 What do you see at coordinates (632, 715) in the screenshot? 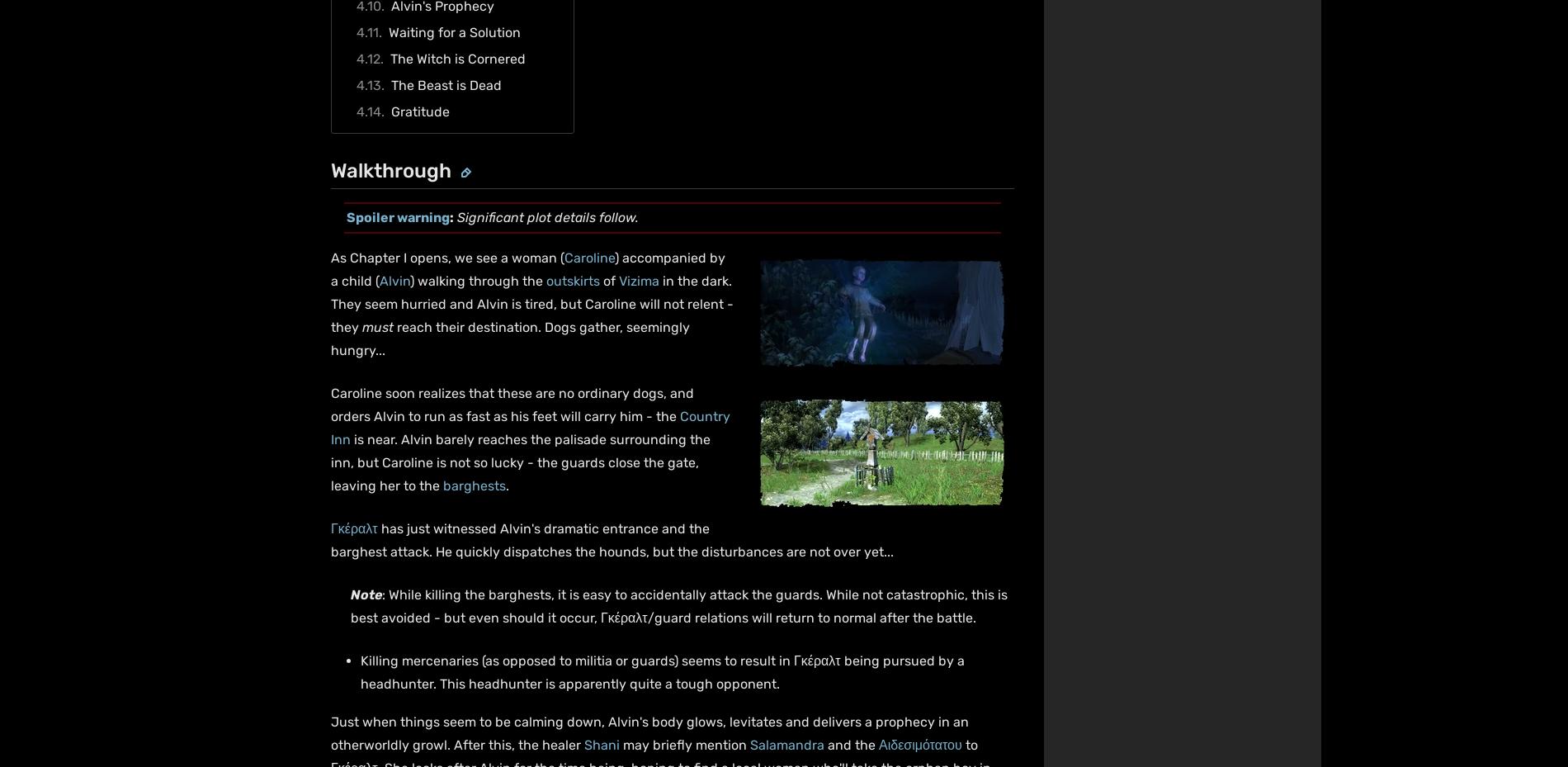
I see `'Contact'` at bounding box center [632, 715].